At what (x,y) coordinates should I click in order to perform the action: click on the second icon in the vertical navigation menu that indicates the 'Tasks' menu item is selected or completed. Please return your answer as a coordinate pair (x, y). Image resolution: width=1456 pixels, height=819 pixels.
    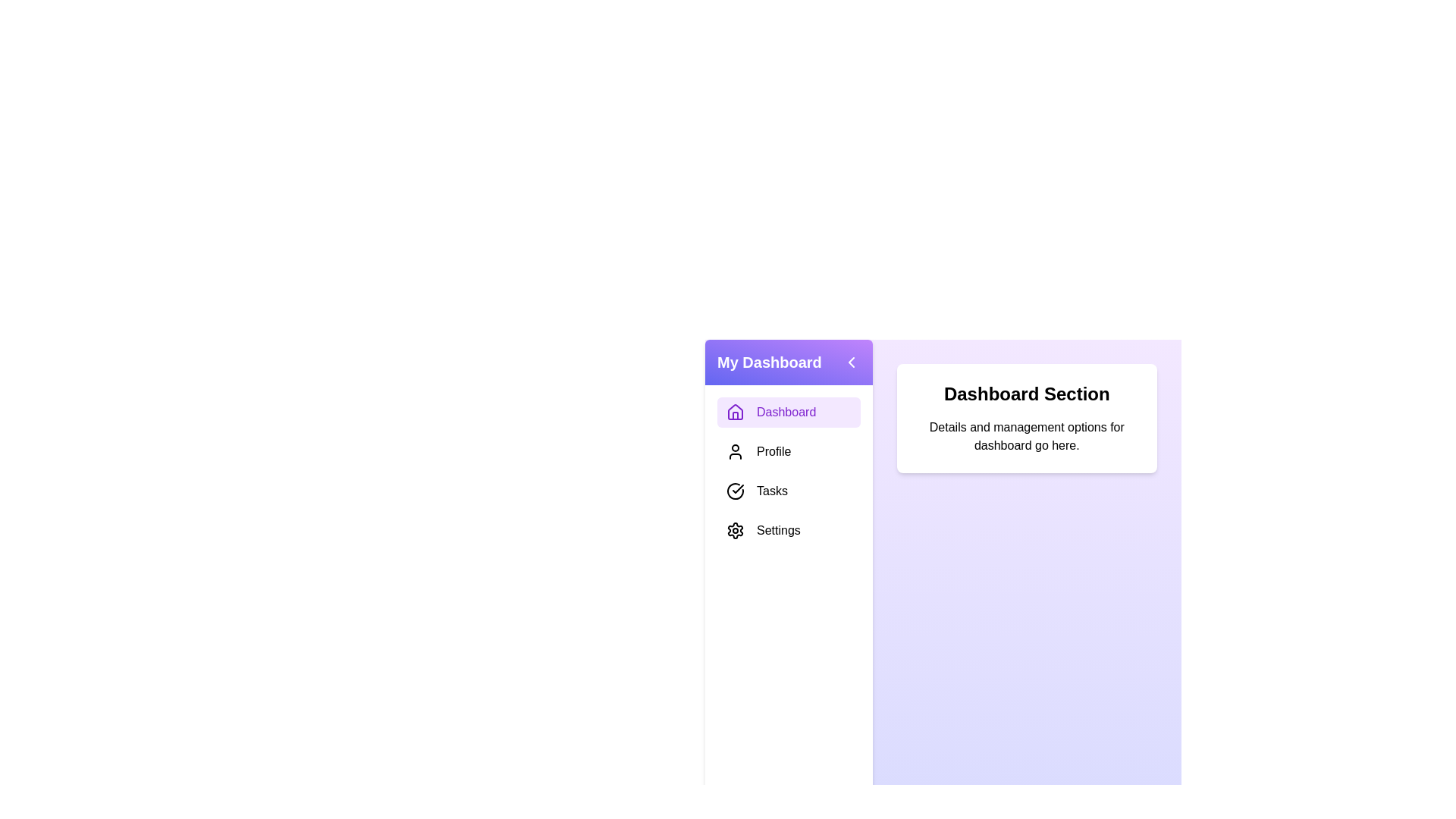
    Looking at the image, I should click on (735, 491).